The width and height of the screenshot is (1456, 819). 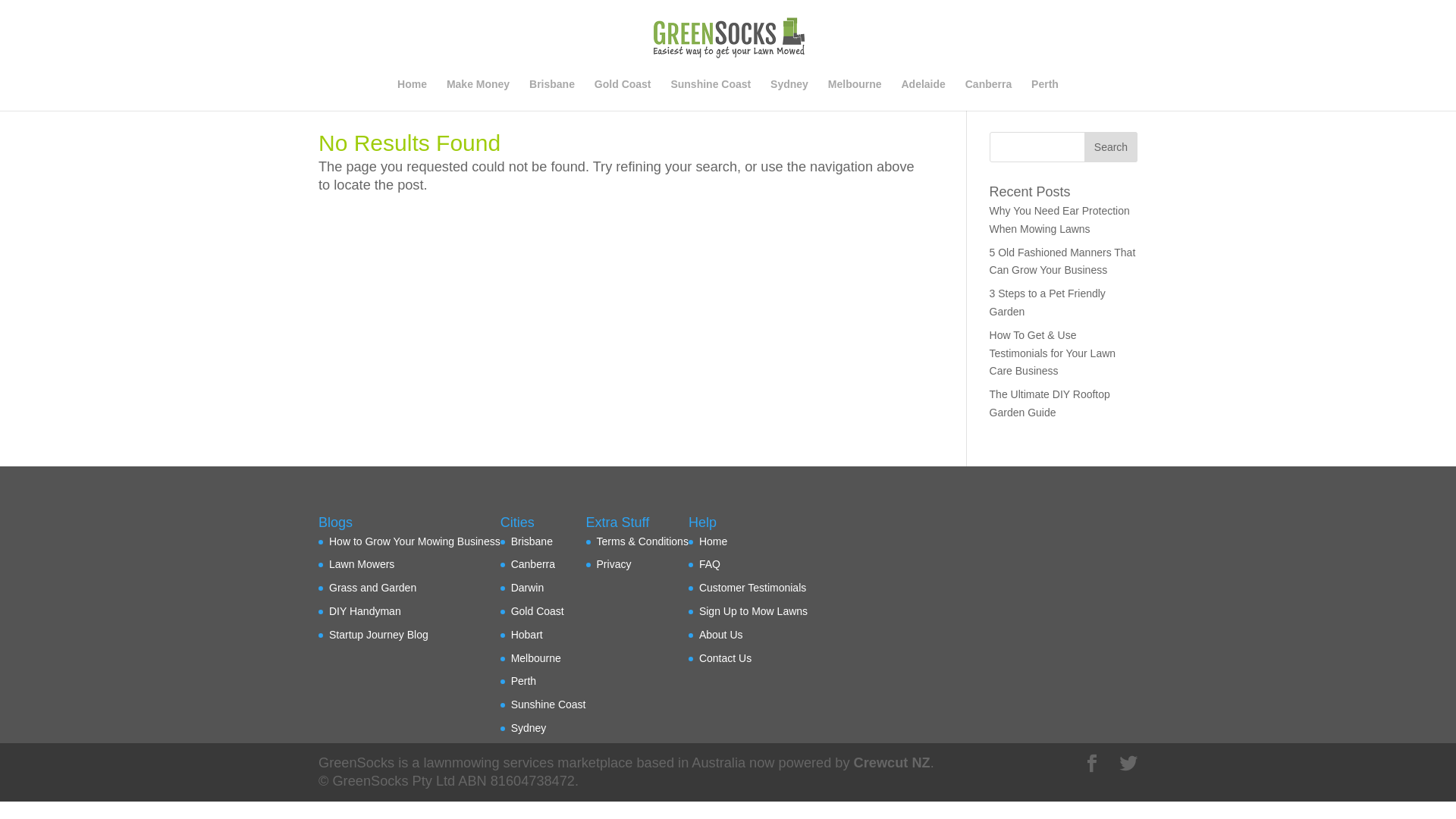 I want to click on 'Customer Testimonials', so click(x=752, y=587).